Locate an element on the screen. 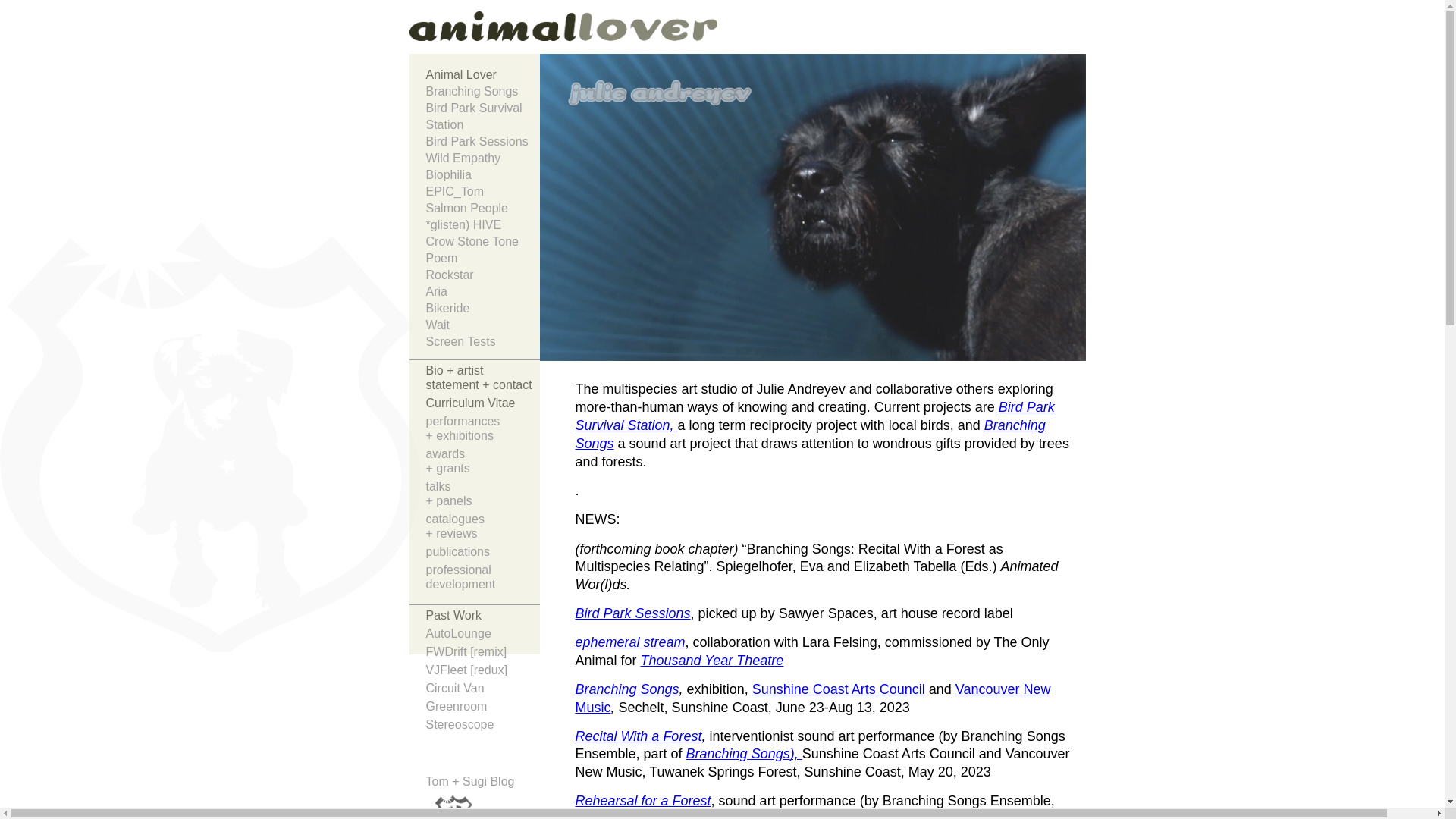 The height and width of the screenshot is (819, 1456). 'Biophilia' is located at coordinates (425, 174).